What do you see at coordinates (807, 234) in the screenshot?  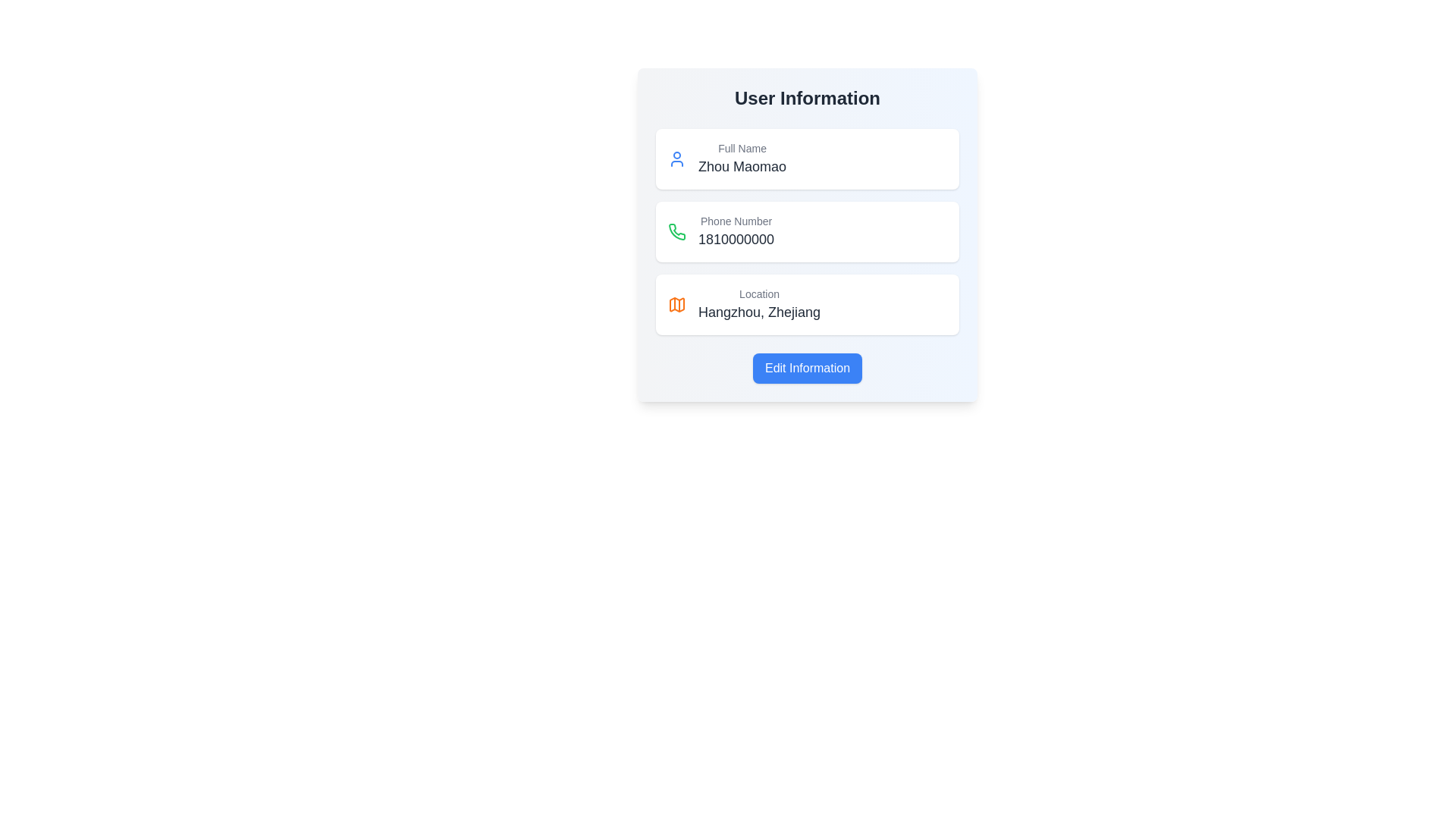 I see `the informational section displaying the user's phone number, which is located between the 'Full Name' and 'Location' sections in the 'User Information' card` at bounding box center [807, 234].